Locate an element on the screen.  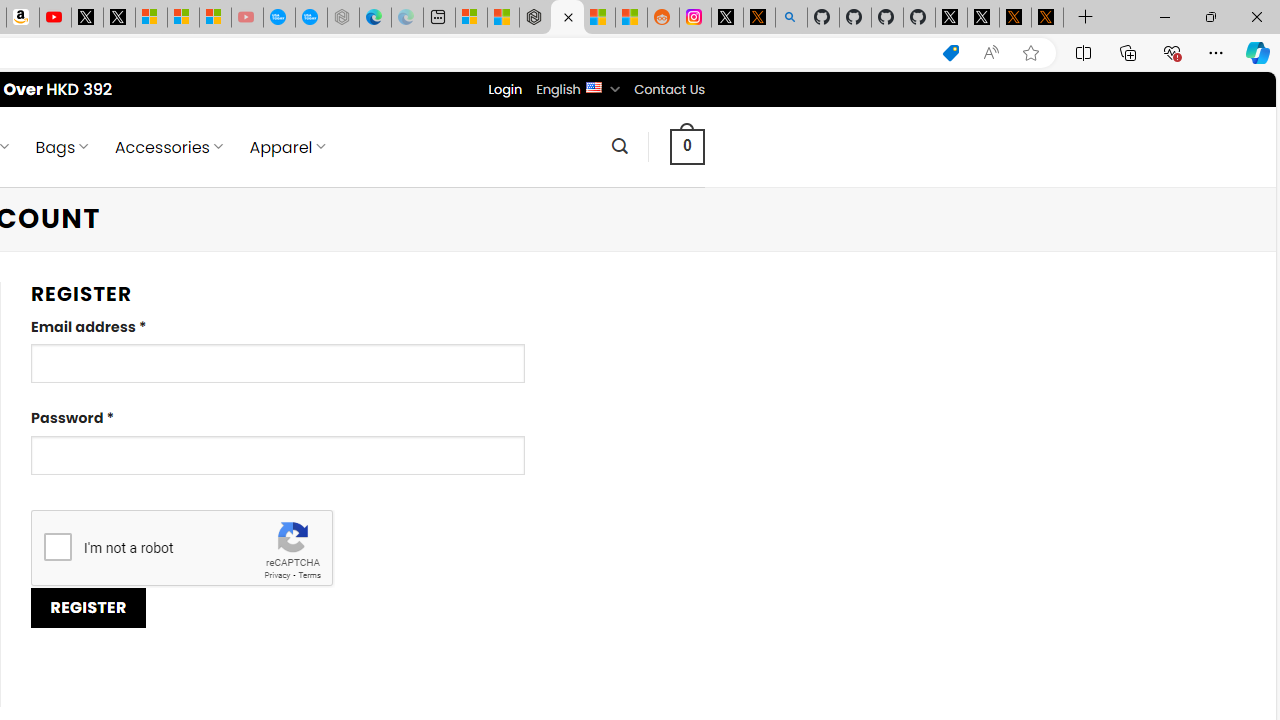
'X Privacy Policy' is located at coordinates (1046, 17).